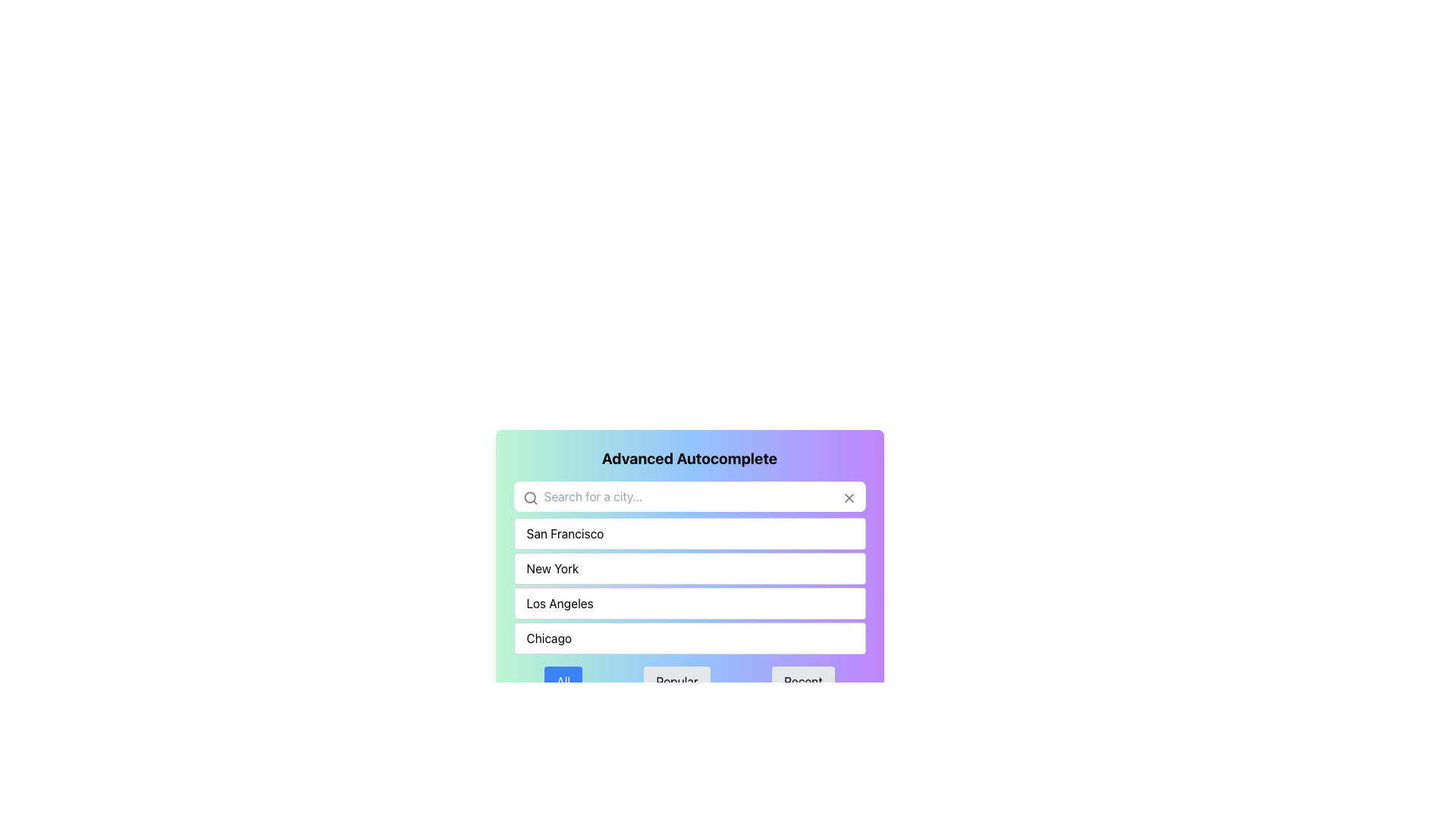  What do you see at coordinates (689, 533) in the screenshot?
I see `the first city option in the list, located below the 'Search for a city...' input field, to interact with it` at bounding box center [689, 533].